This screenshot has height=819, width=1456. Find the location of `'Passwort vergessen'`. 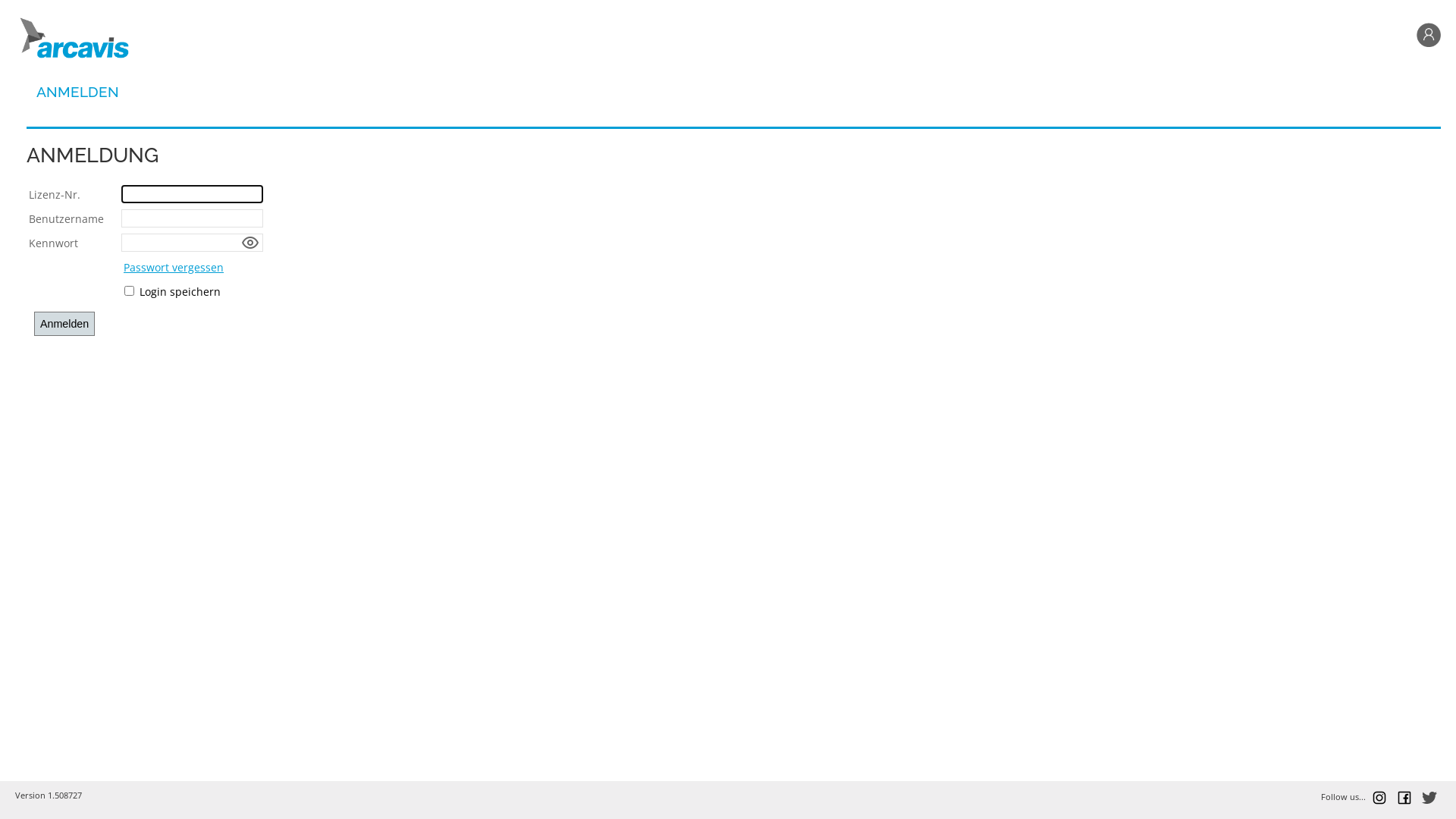

'Passwort vergessen' is located at coordinates (174, 266).